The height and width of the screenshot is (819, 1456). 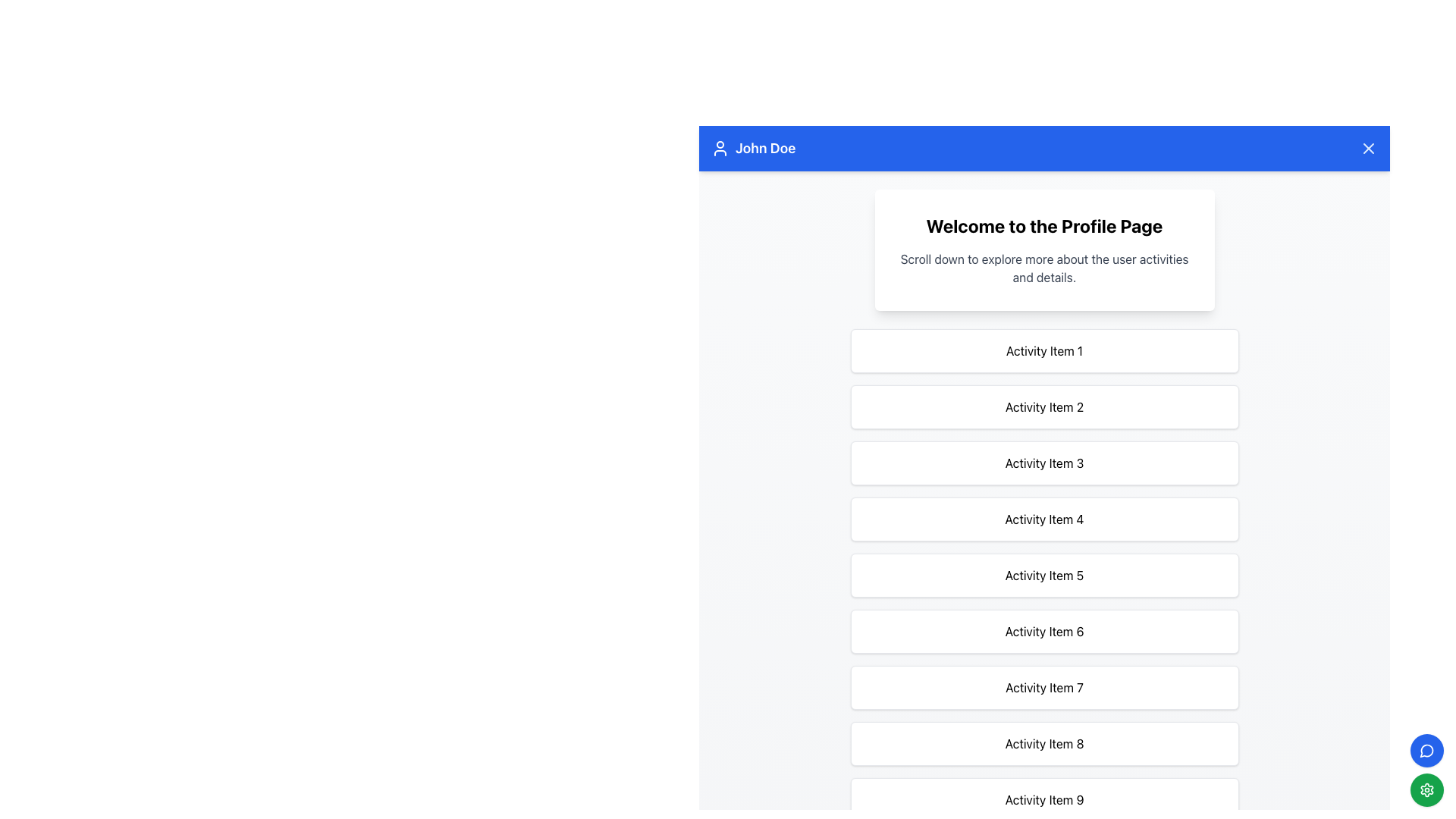 What do you see at coordinates (1043, 576) in the screenshot?
I see `the Button-like list item representing 'Activity Item 5'` at bounding box center [1043, 576].